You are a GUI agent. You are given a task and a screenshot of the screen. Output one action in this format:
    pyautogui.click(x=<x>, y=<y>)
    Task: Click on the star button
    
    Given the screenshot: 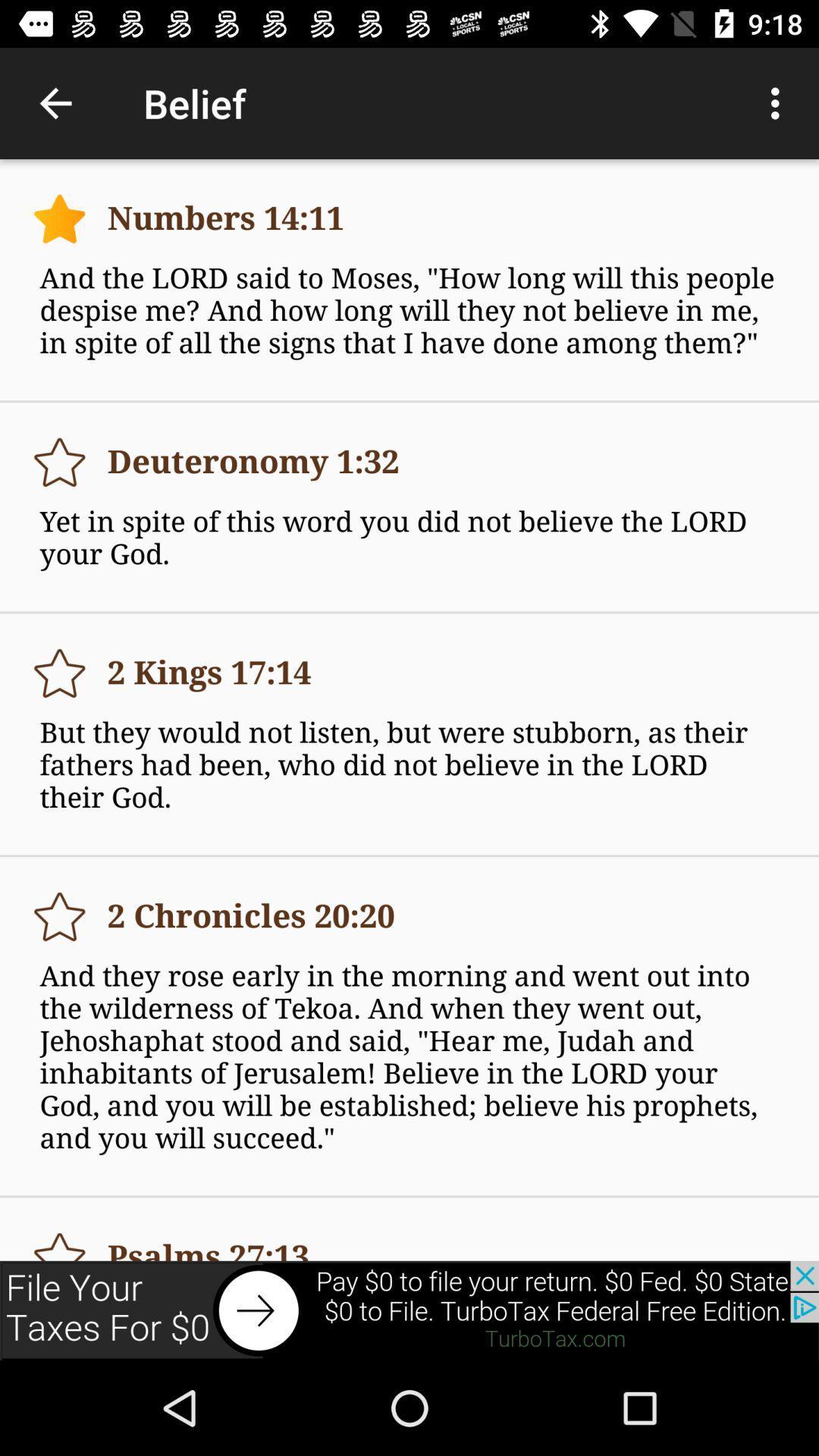 What is the action you would take?
    pyautogui.click(x=58, y=218)
    